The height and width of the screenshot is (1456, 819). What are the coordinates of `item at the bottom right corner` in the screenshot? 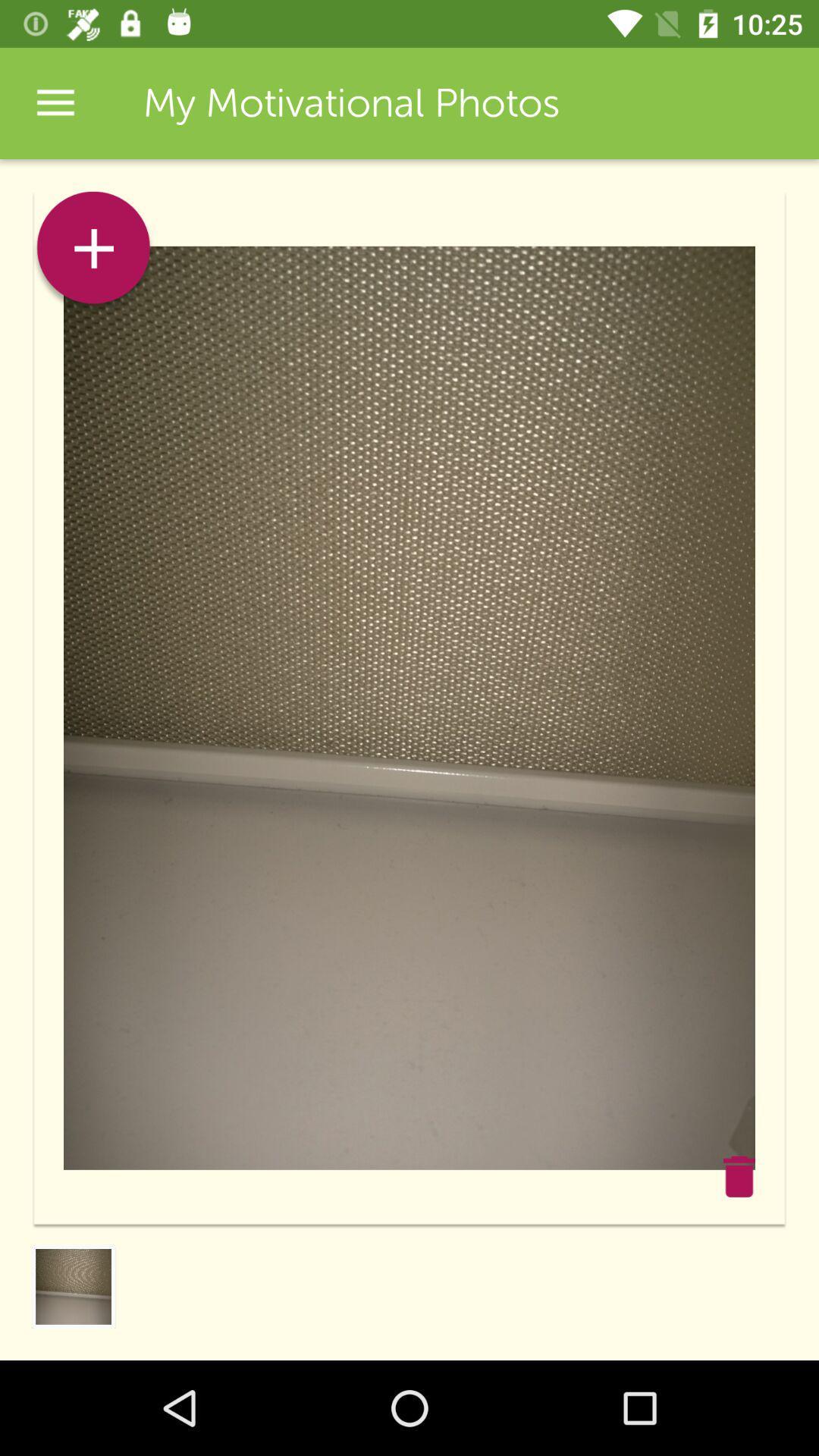 It's located at (739, 1175).